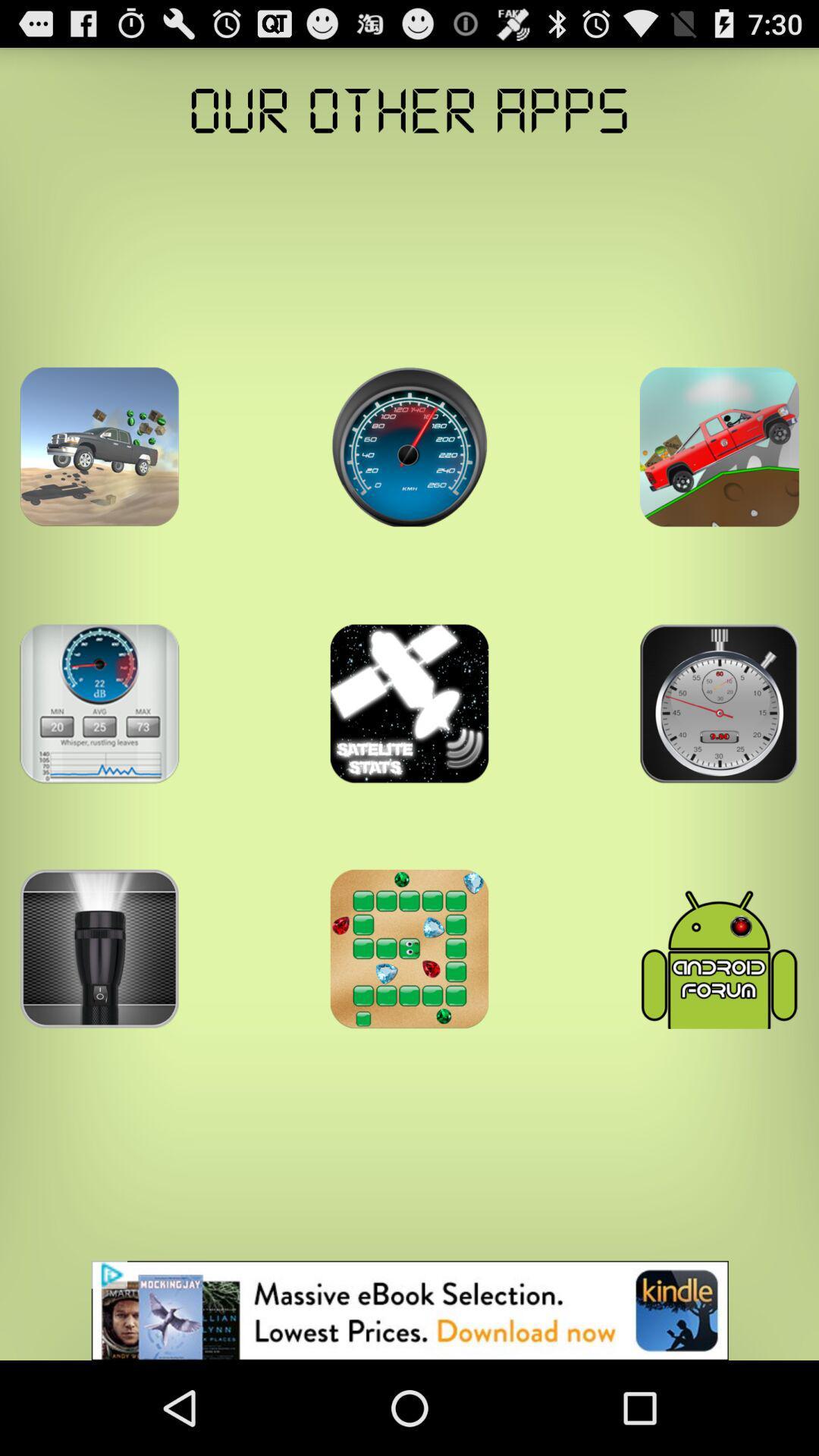 The height and width of the screenshot is (1456, 819). I want to click on get more information, so click(718, 446).